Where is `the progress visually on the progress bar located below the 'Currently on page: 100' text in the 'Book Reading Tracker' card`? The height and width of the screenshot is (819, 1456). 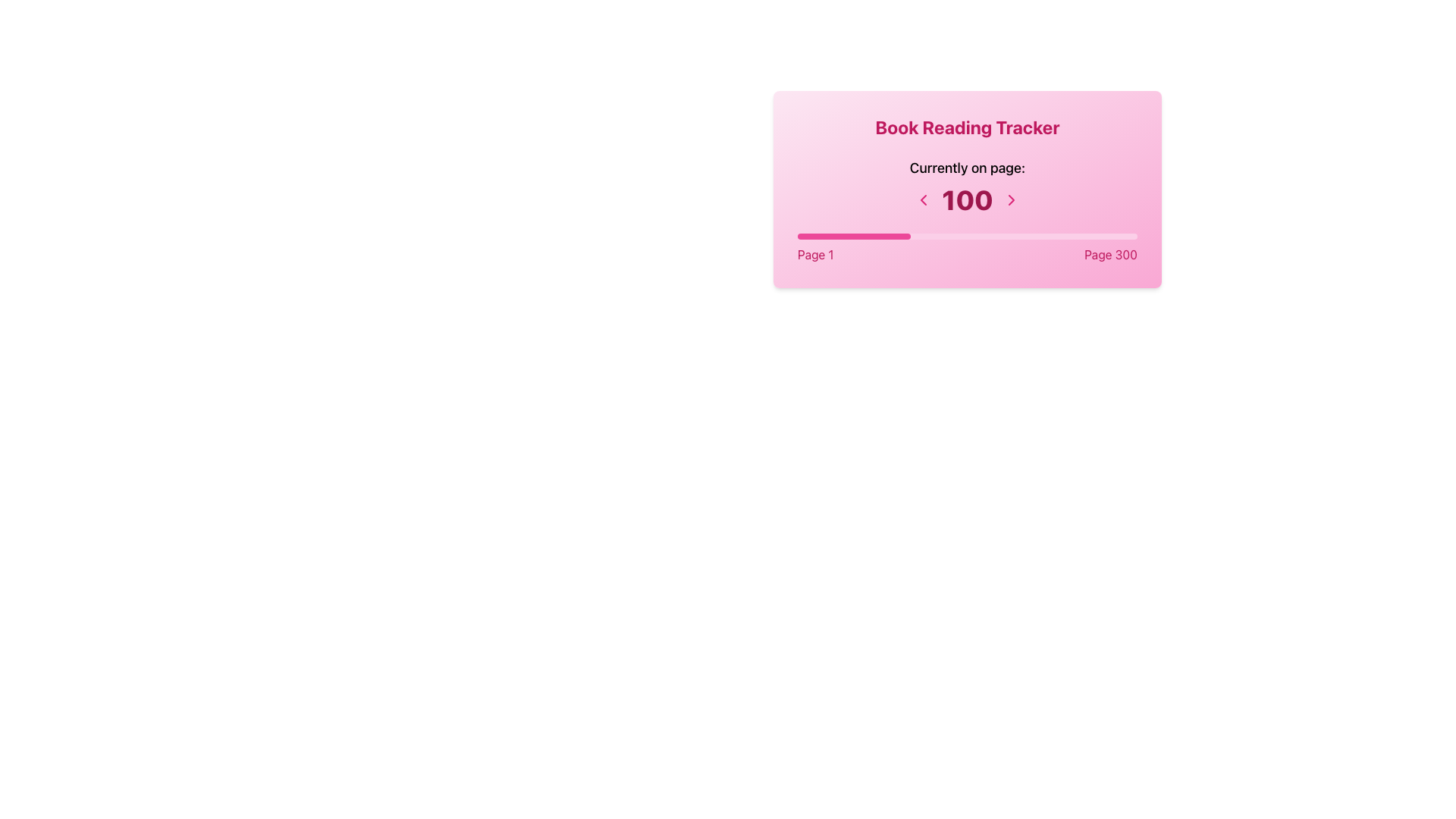 the progress visually on the progress bar located below the 'Currently on page: 100' text in the 'Book Reading Tracker' card is located at coordinates (967, 237).